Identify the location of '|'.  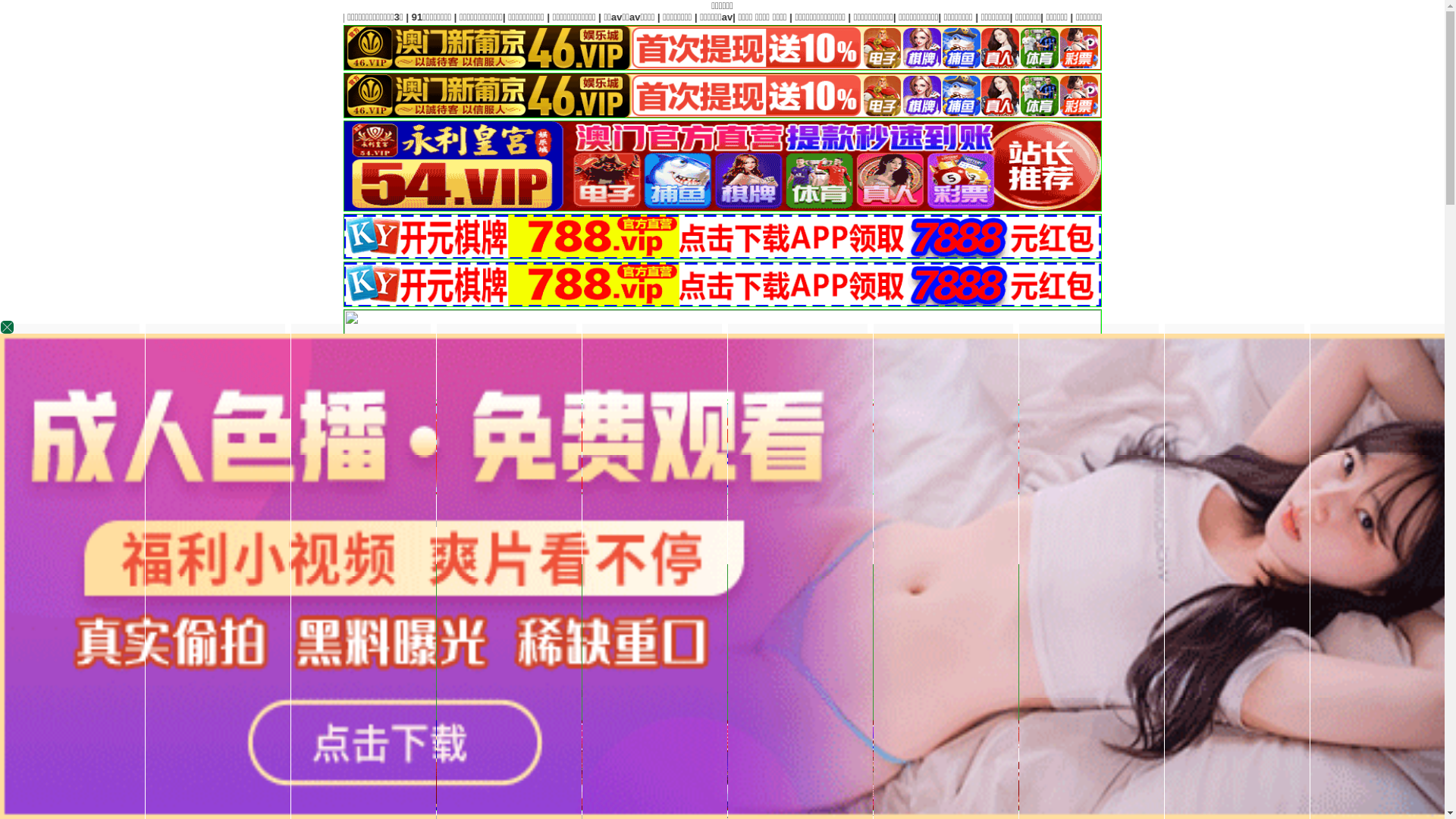
(1411, 17).